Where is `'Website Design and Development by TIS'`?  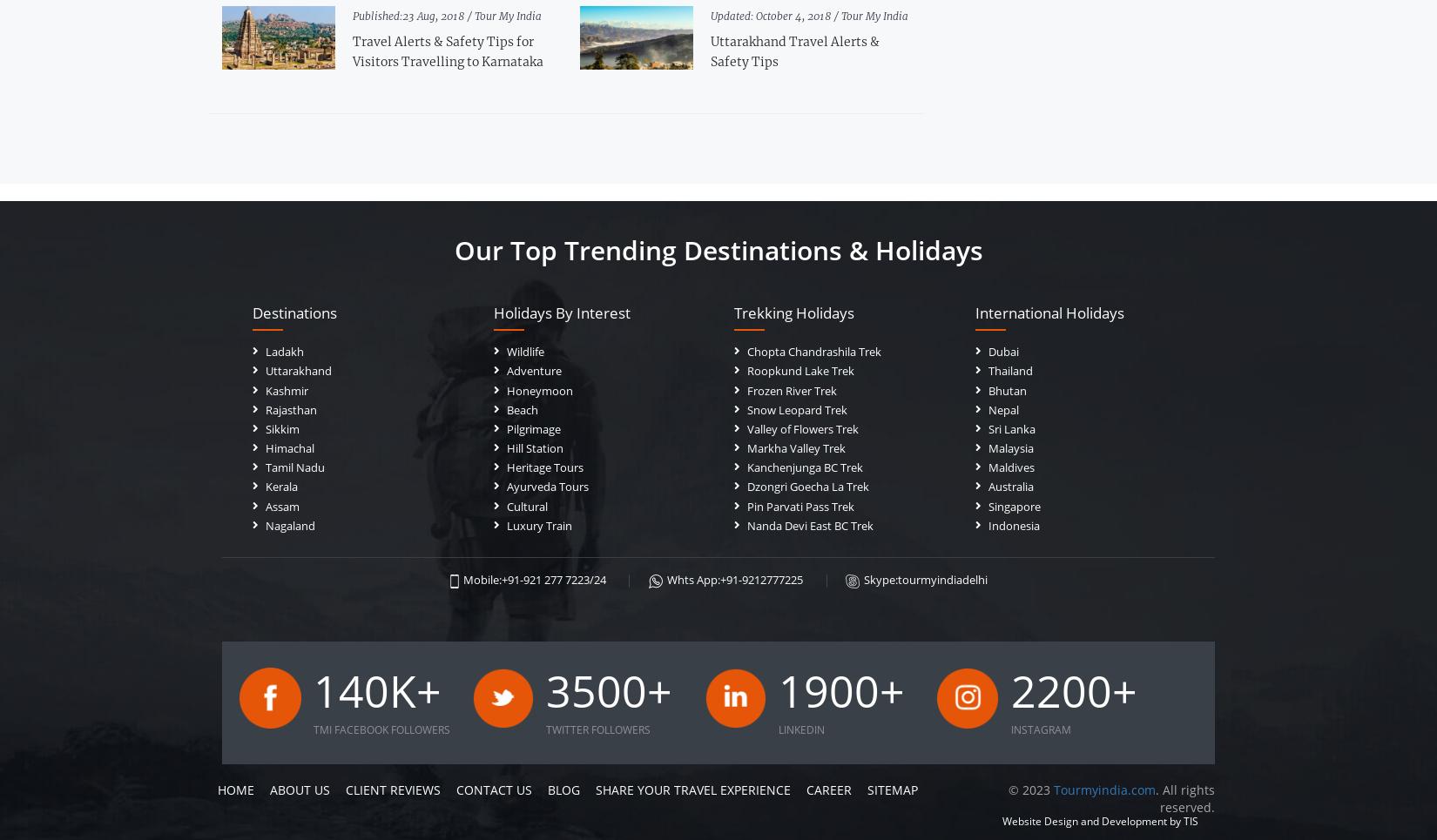
'Website Design and Development by TIS' is located at coordinates (1099, 821).